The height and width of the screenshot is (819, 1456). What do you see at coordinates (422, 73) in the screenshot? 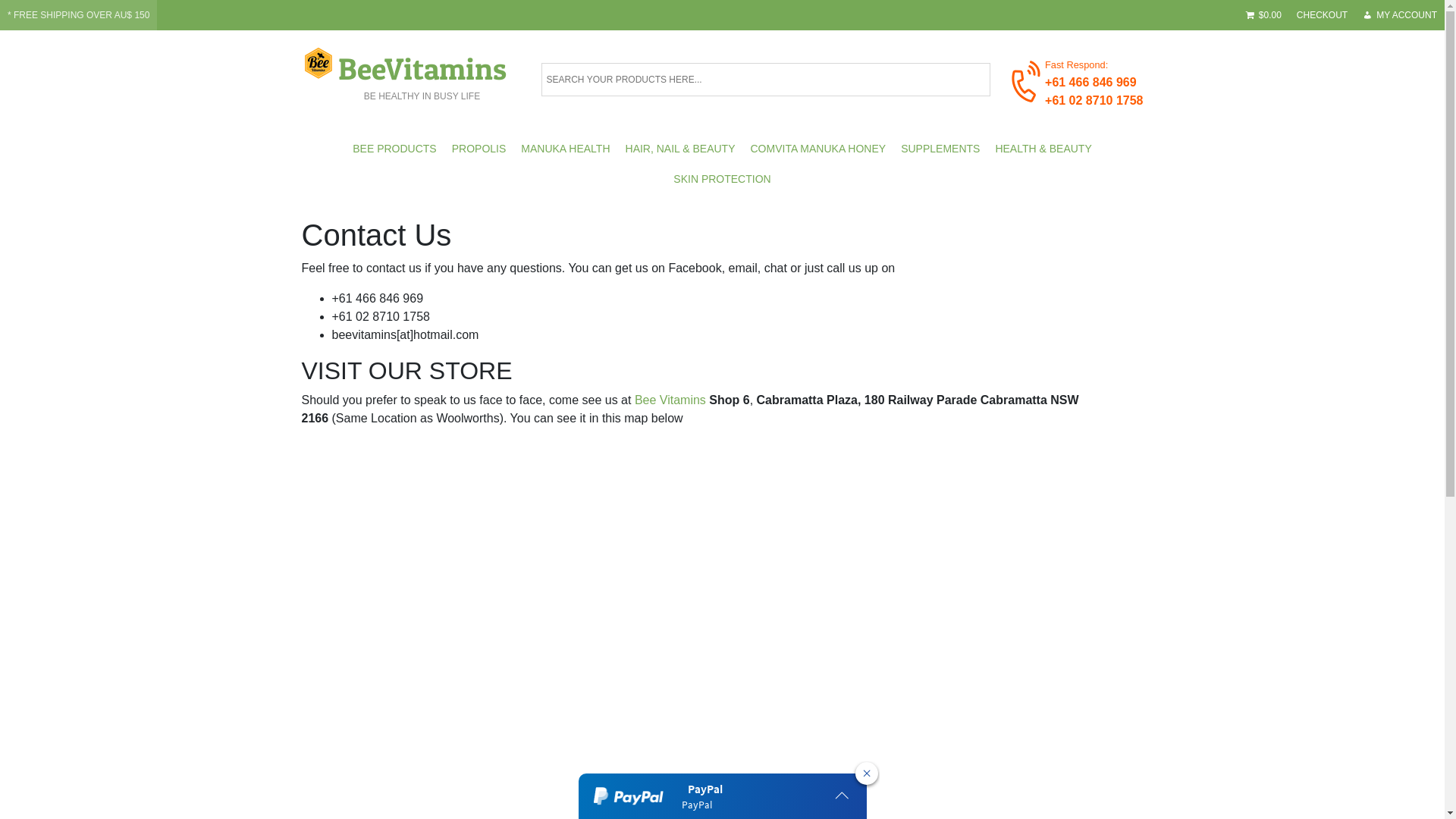
I see `'BeeVitamins` at bounding box center [422, 73].